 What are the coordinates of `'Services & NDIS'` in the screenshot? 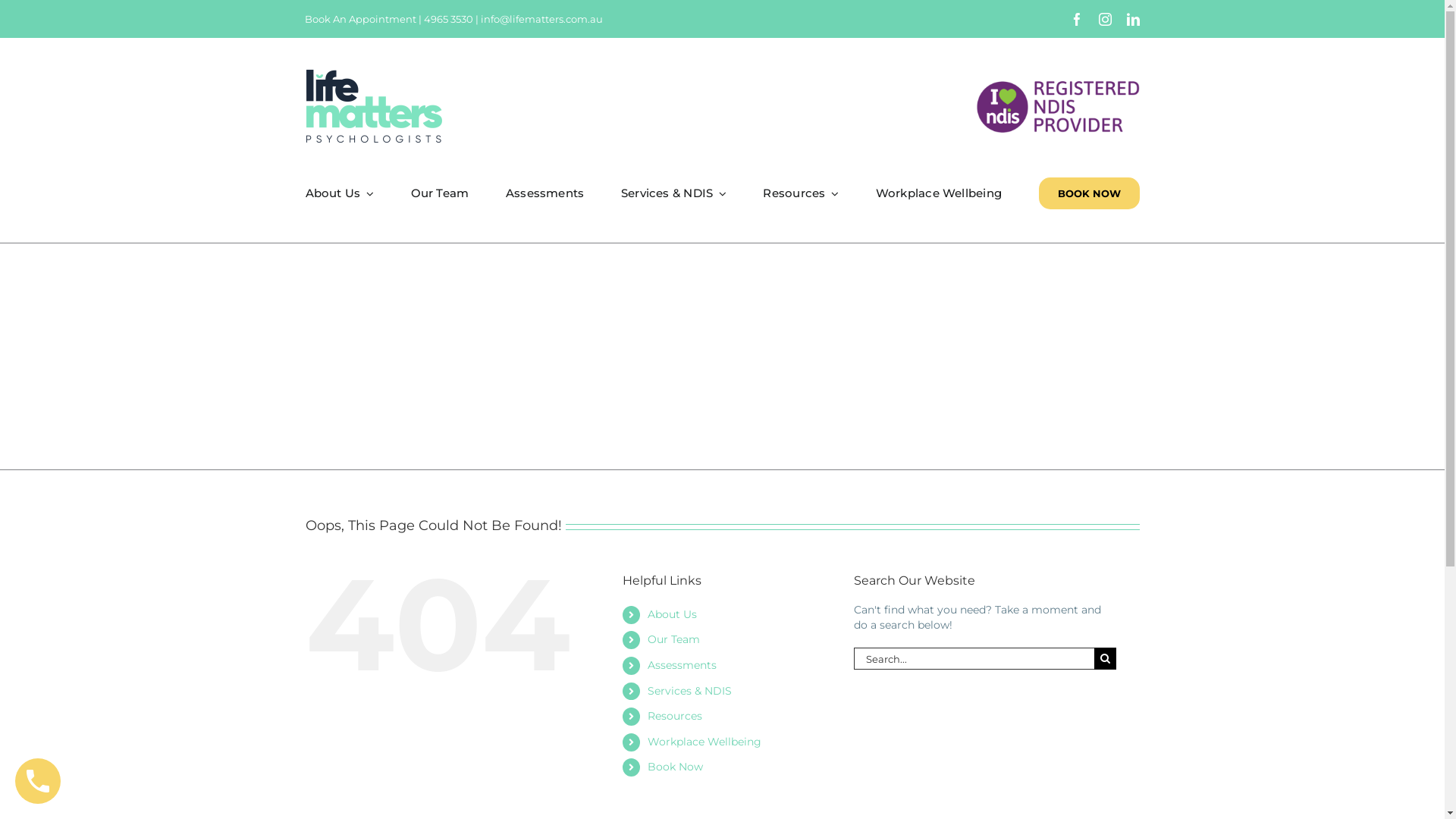 It's located at (689, 690).